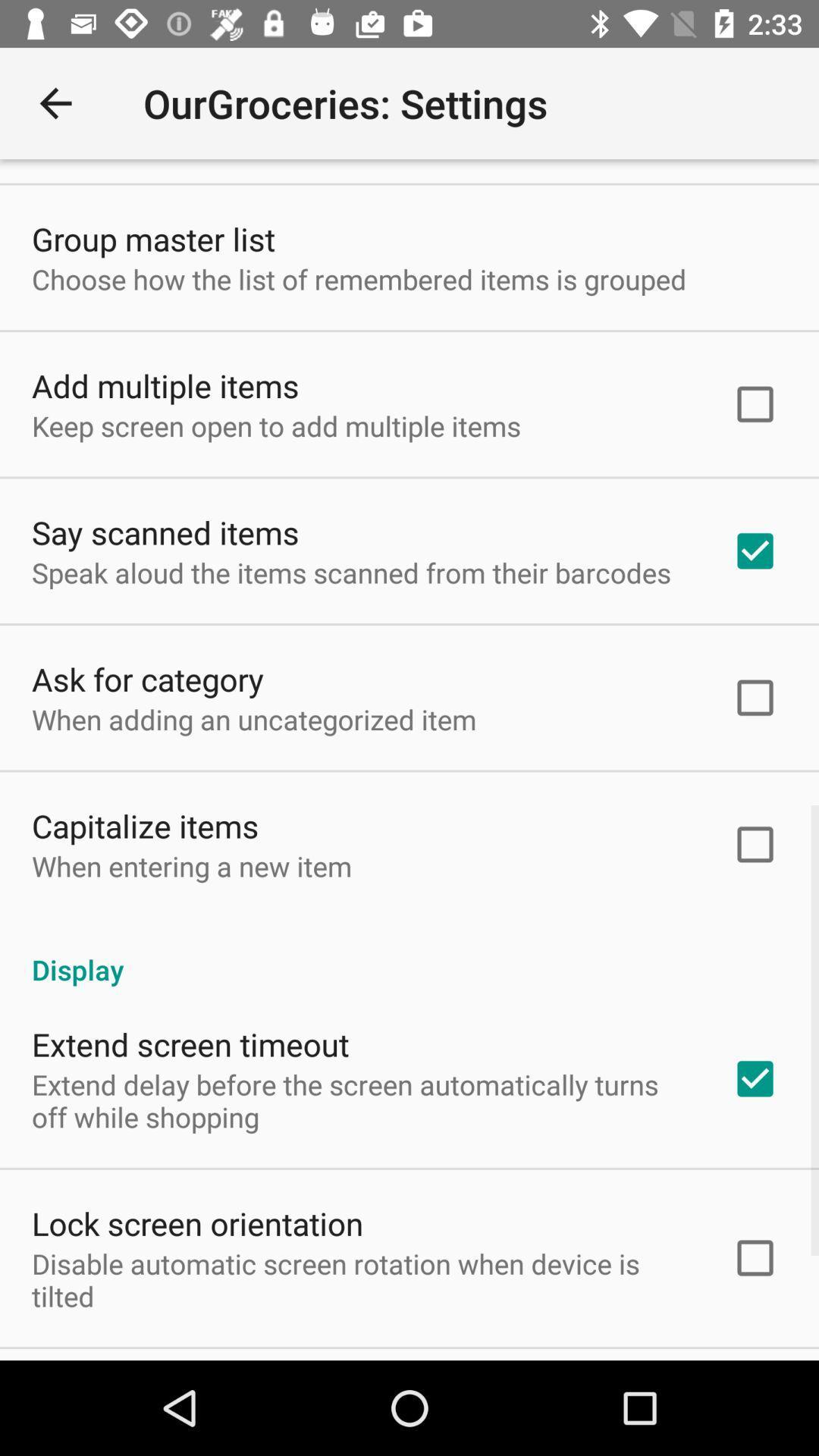  I want to click on icon above the choose how the icon, so click(153, 238).